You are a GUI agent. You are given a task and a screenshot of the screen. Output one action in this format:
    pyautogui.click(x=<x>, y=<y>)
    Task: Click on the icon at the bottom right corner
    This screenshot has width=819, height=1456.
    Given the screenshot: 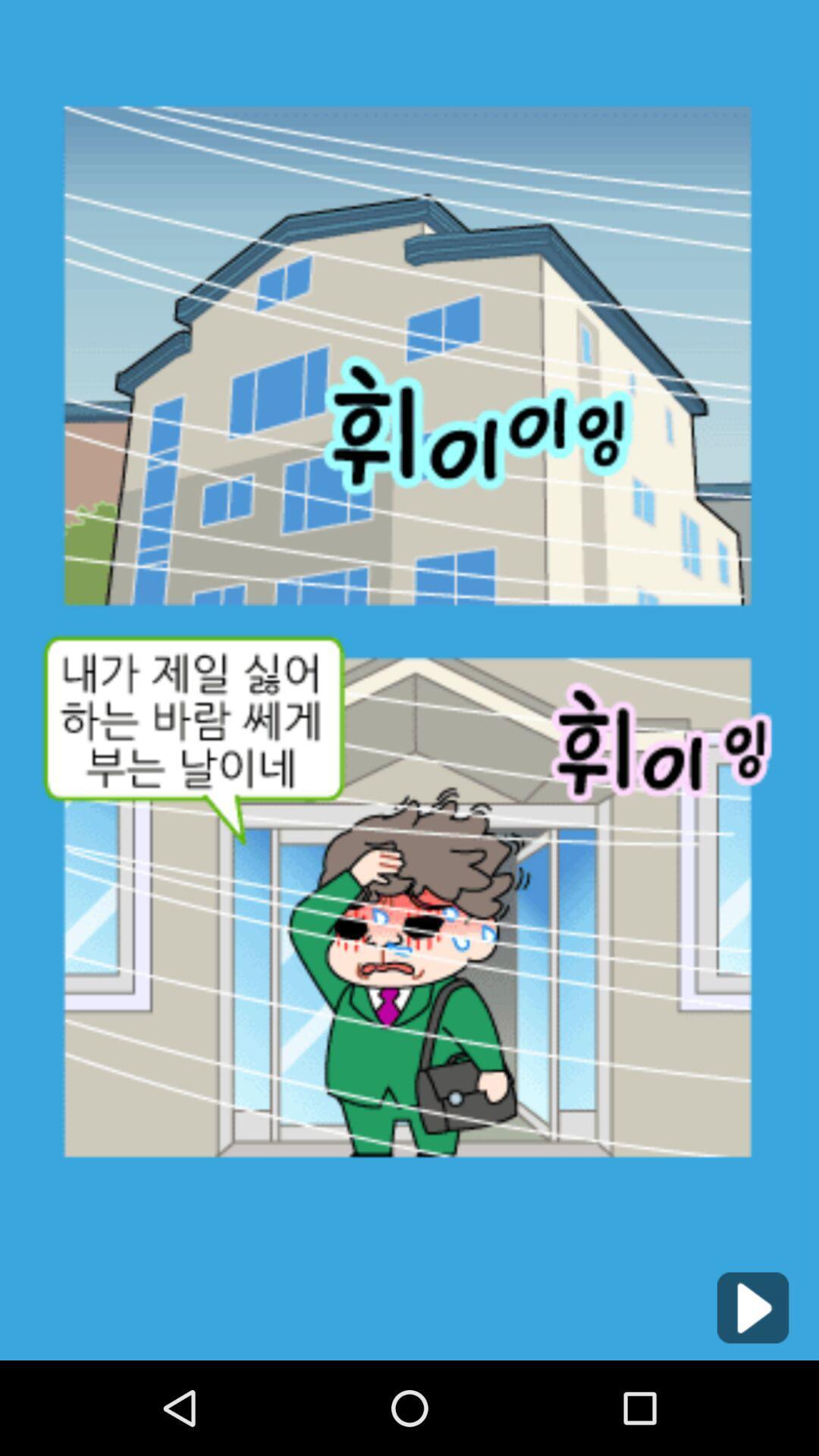 What is the action you would take?
    pyautogui.click(x=752, y=1307)
    